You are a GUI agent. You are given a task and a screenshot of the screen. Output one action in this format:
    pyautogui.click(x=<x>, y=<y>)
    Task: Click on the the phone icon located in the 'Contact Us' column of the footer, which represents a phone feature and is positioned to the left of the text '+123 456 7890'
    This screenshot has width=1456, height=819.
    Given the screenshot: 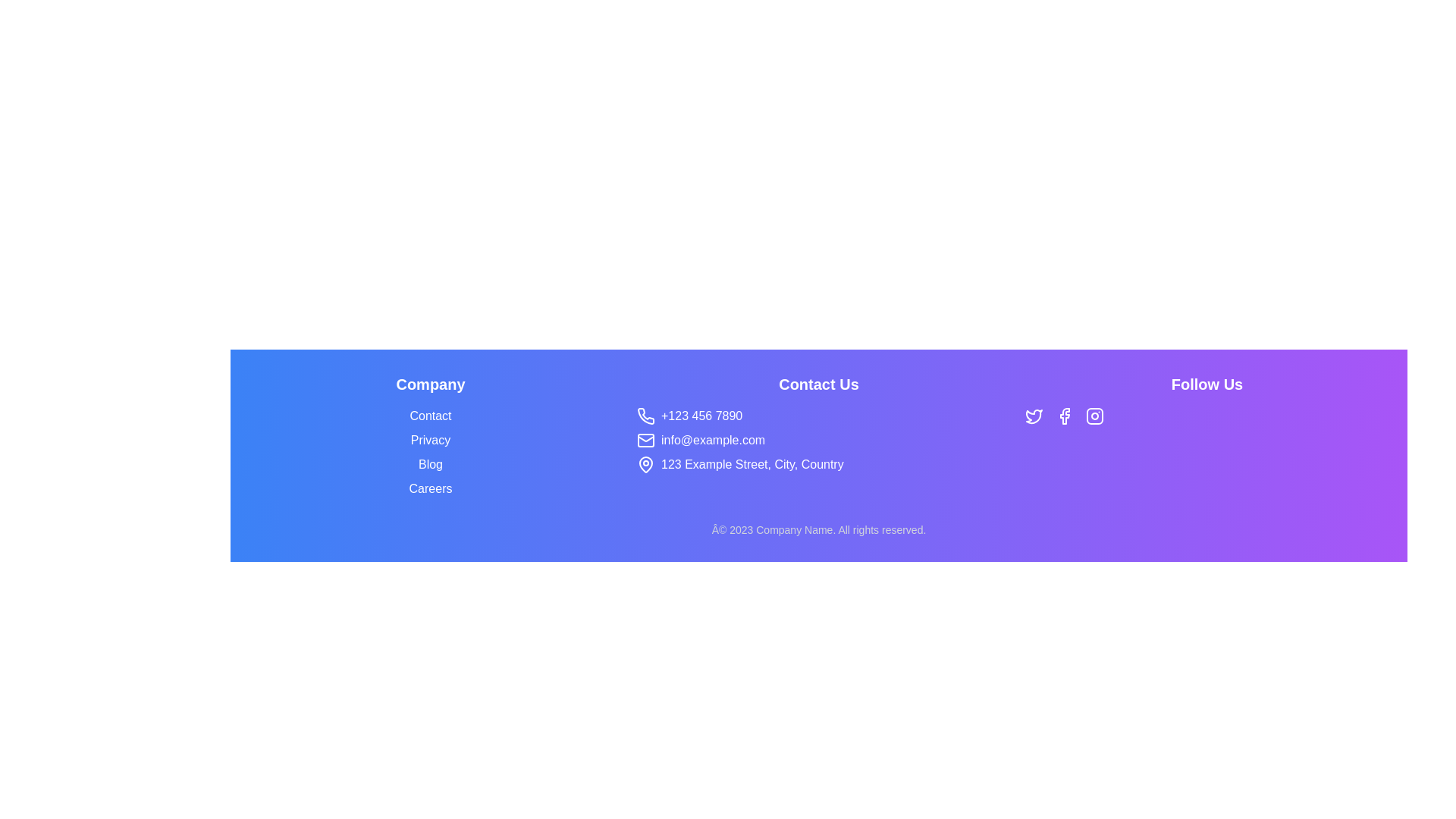 What is the action you would take?
    pyautogui.click(x=645, y=416)
    